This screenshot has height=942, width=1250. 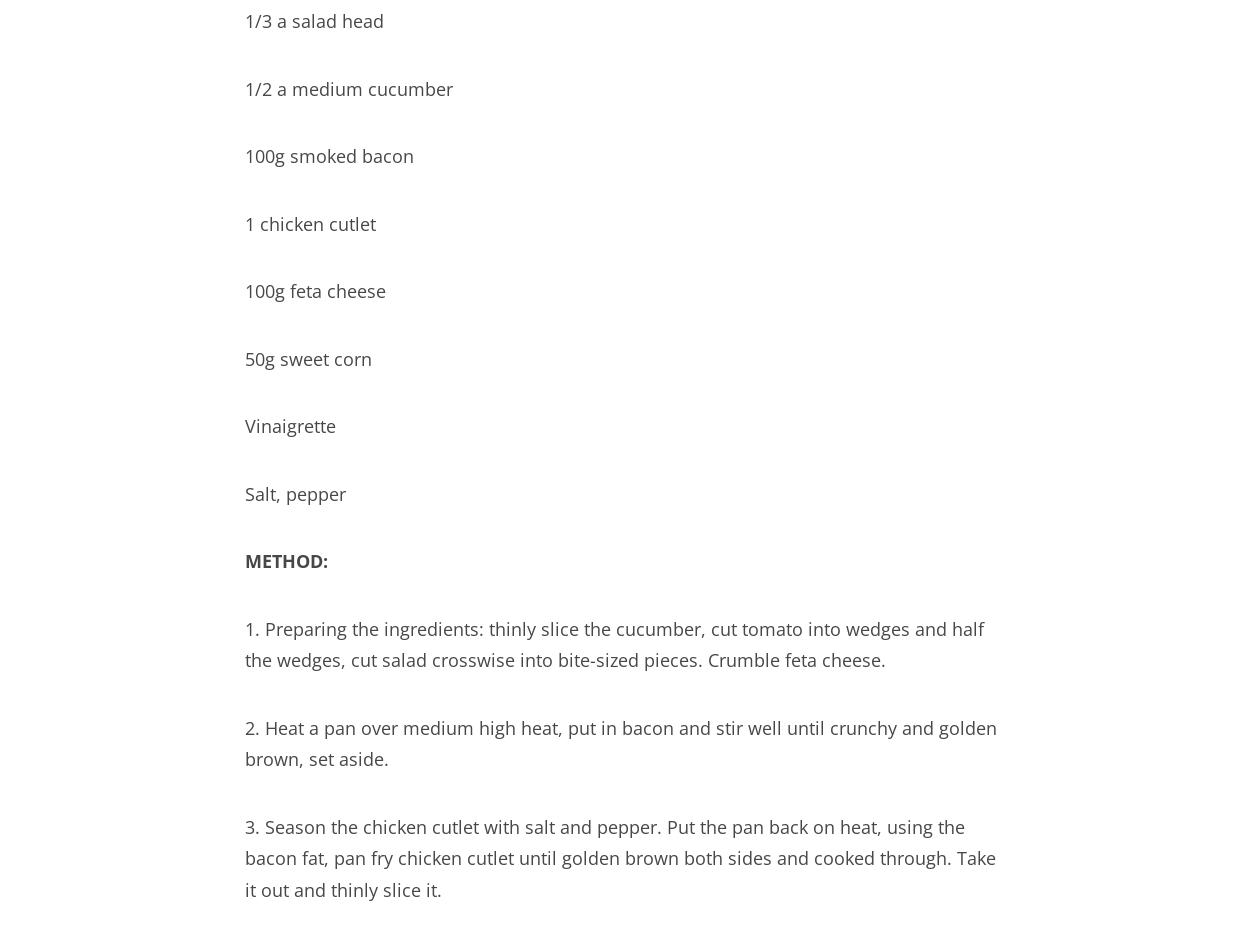 I want to click on 'Vinaigrette', so click(x=244, y=424).